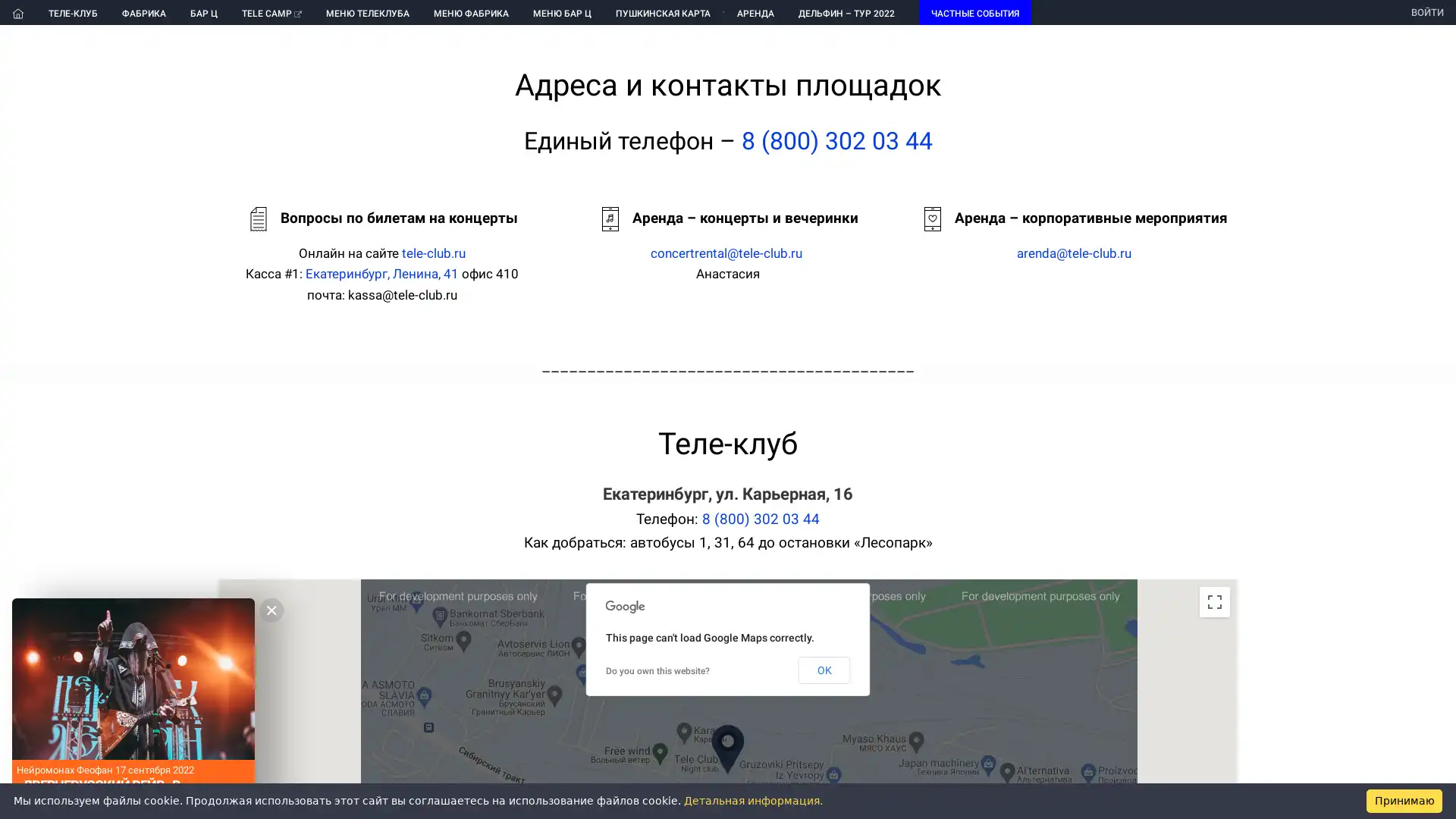 The height and width of the screenshot is (819, 1456). What do you see at coordinates (823, 669) in the screenshot?
I see `OK` at bounding box center [823, 669].